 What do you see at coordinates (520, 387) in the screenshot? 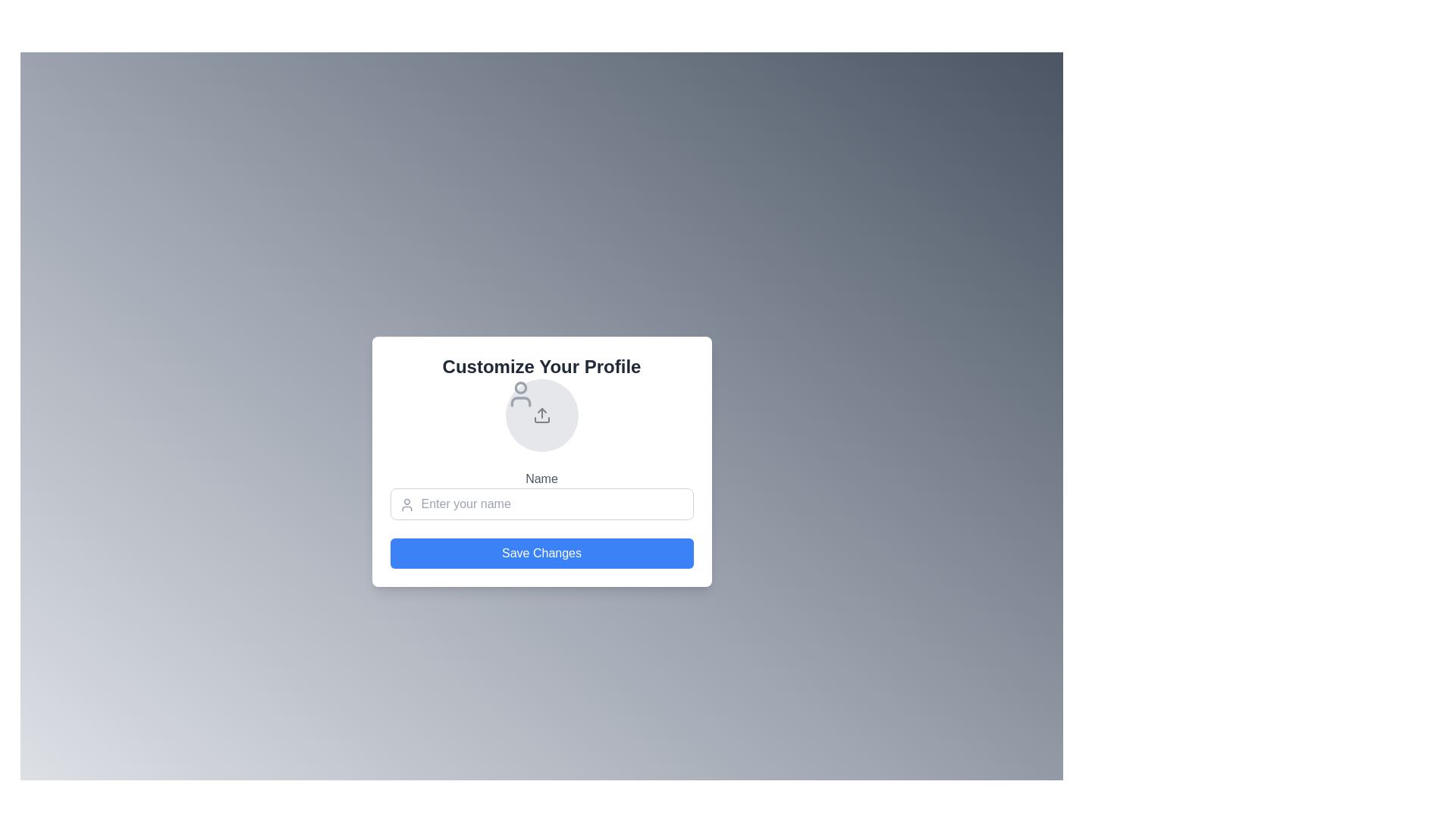
I see `the Circle SVG element that represents the user's profile picture in the profile customization interface, located in the upper-center portion of the profile customization card` at bounding box center [520, 387].